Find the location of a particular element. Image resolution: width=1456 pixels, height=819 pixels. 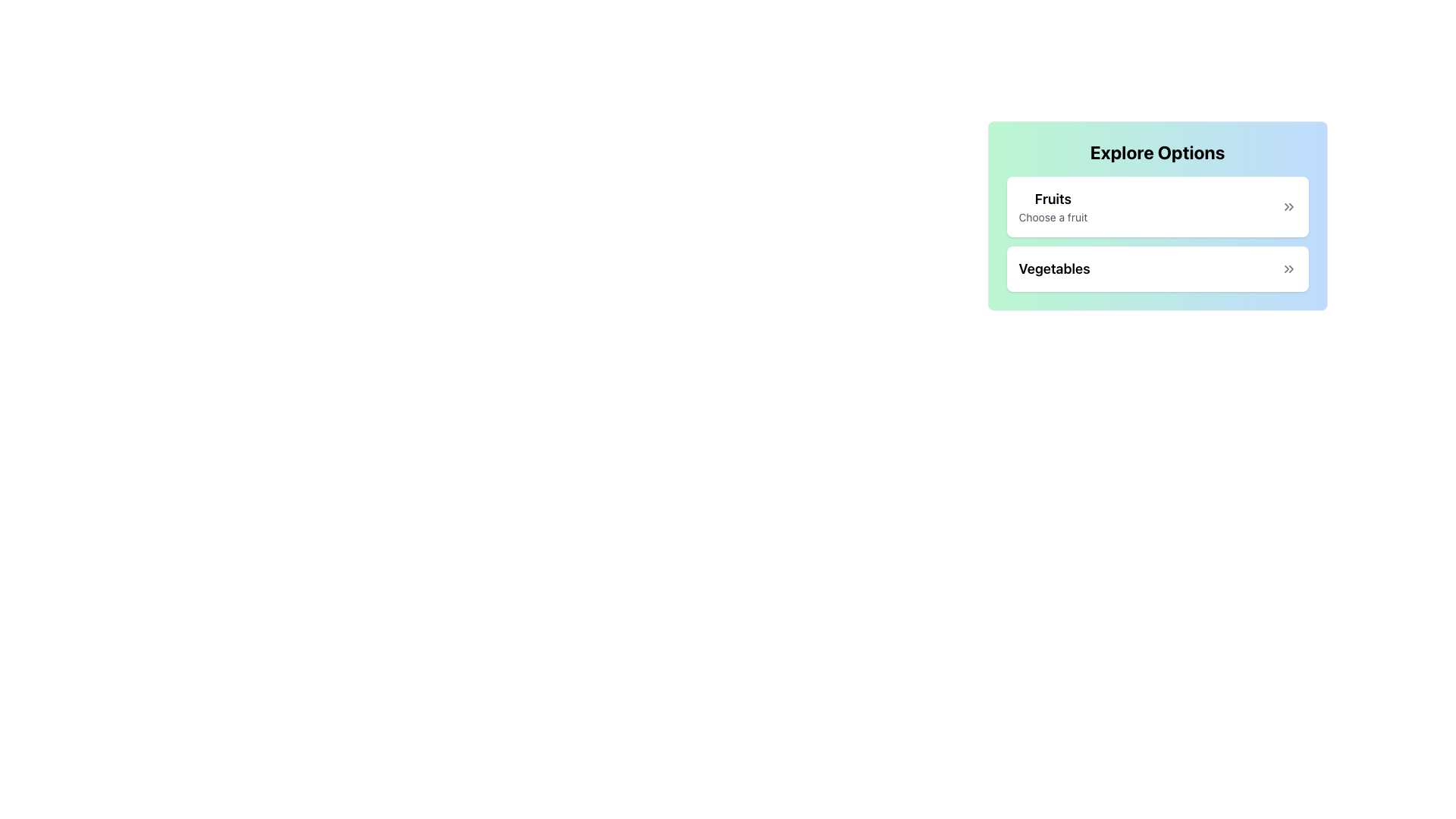

the double-chevron right icon located to the right of the 'Fruits' text and 'Choose a fruit' within the 'Fruits' section is located at coordinates (1288, 207).